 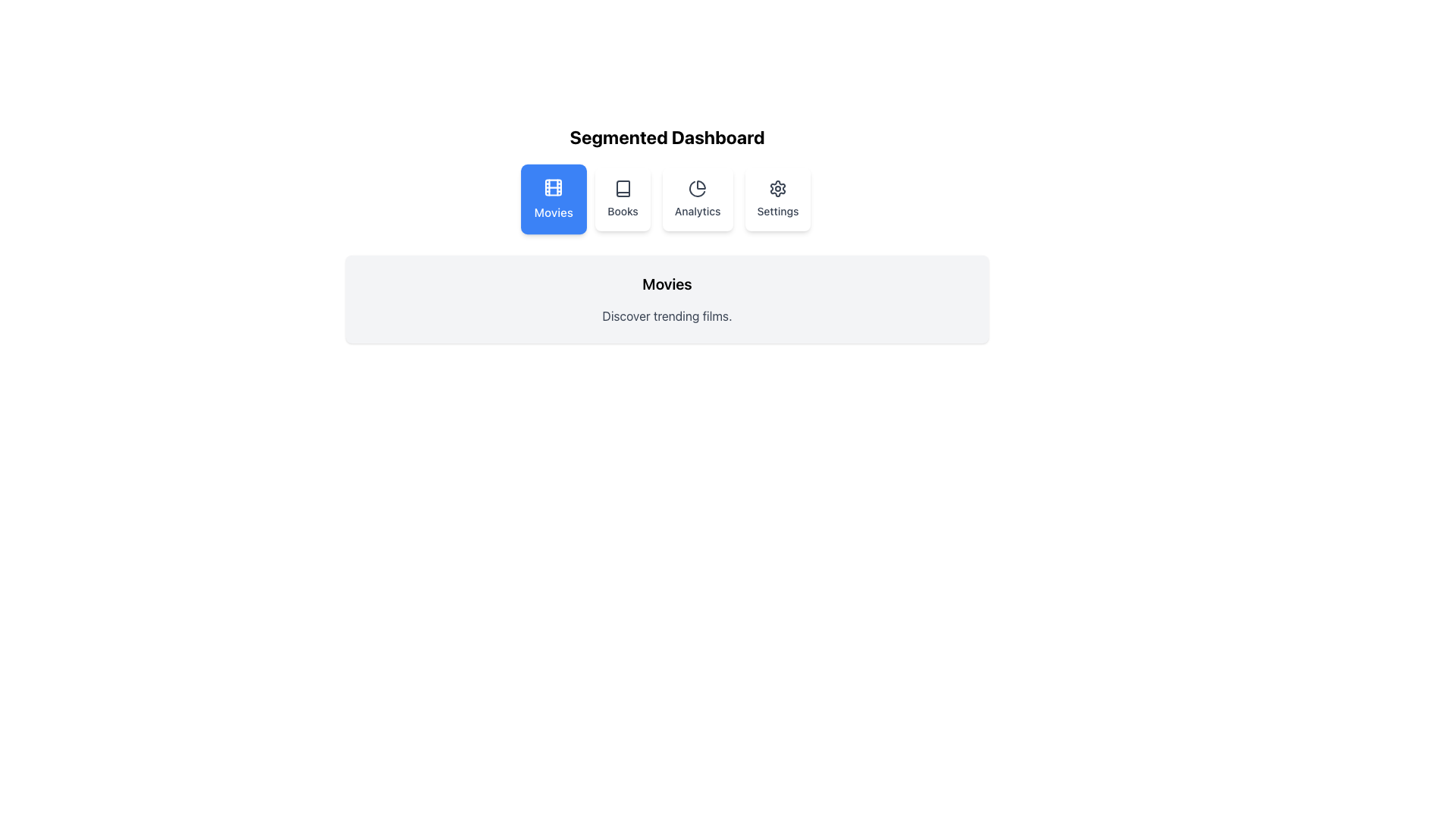 I want to click on the 'Books' interactive card located between the 'Movies' and 'Analytics' cards, so click(x=623, y=198).